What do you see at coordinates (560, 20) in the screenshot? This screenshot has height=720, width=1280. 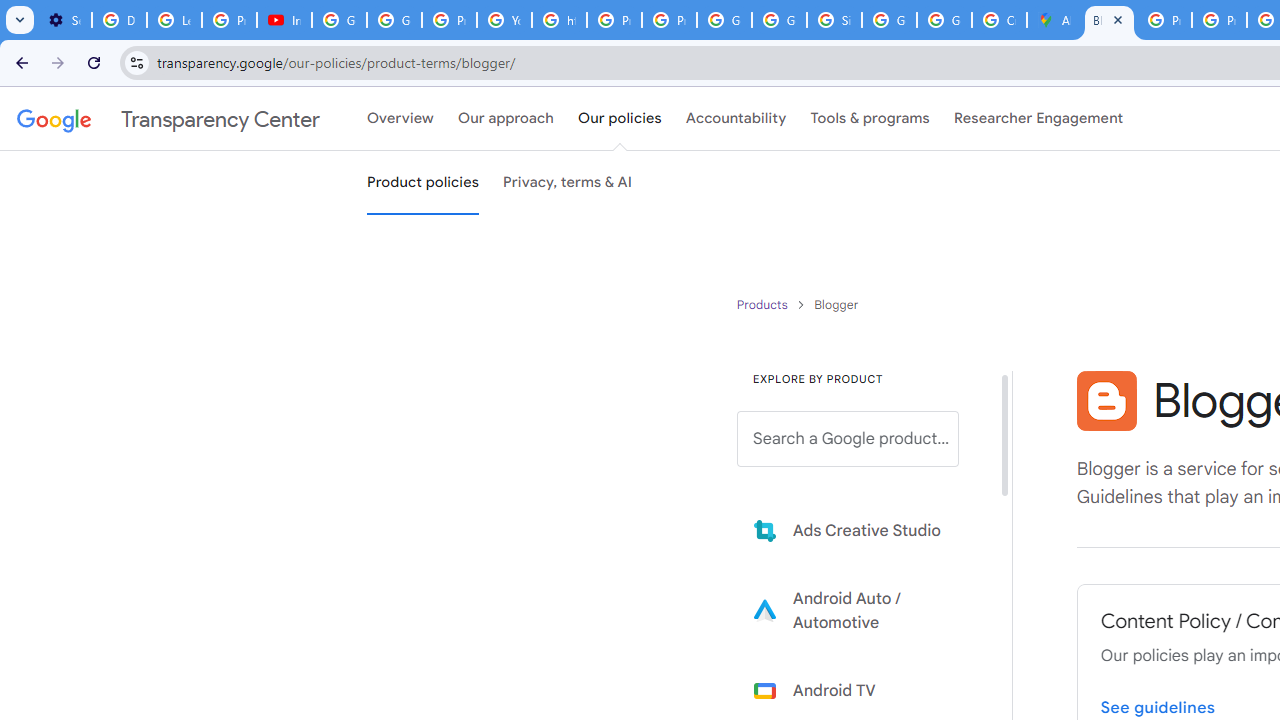 I see `'https://scholar.google.com/'` at bounding box center [560, 20].